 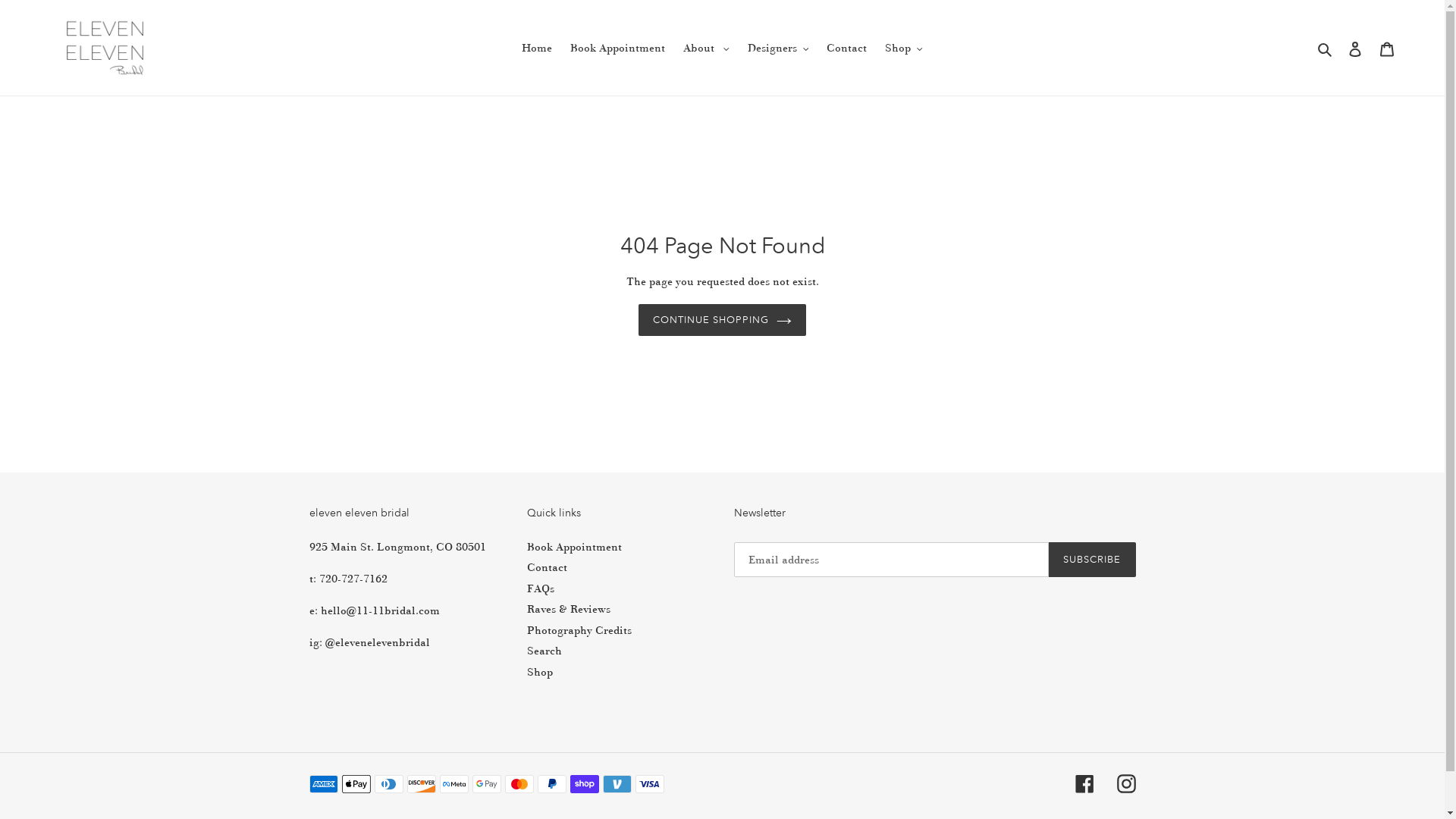 I want to click on 'Contact', so click(x=846, y=47).